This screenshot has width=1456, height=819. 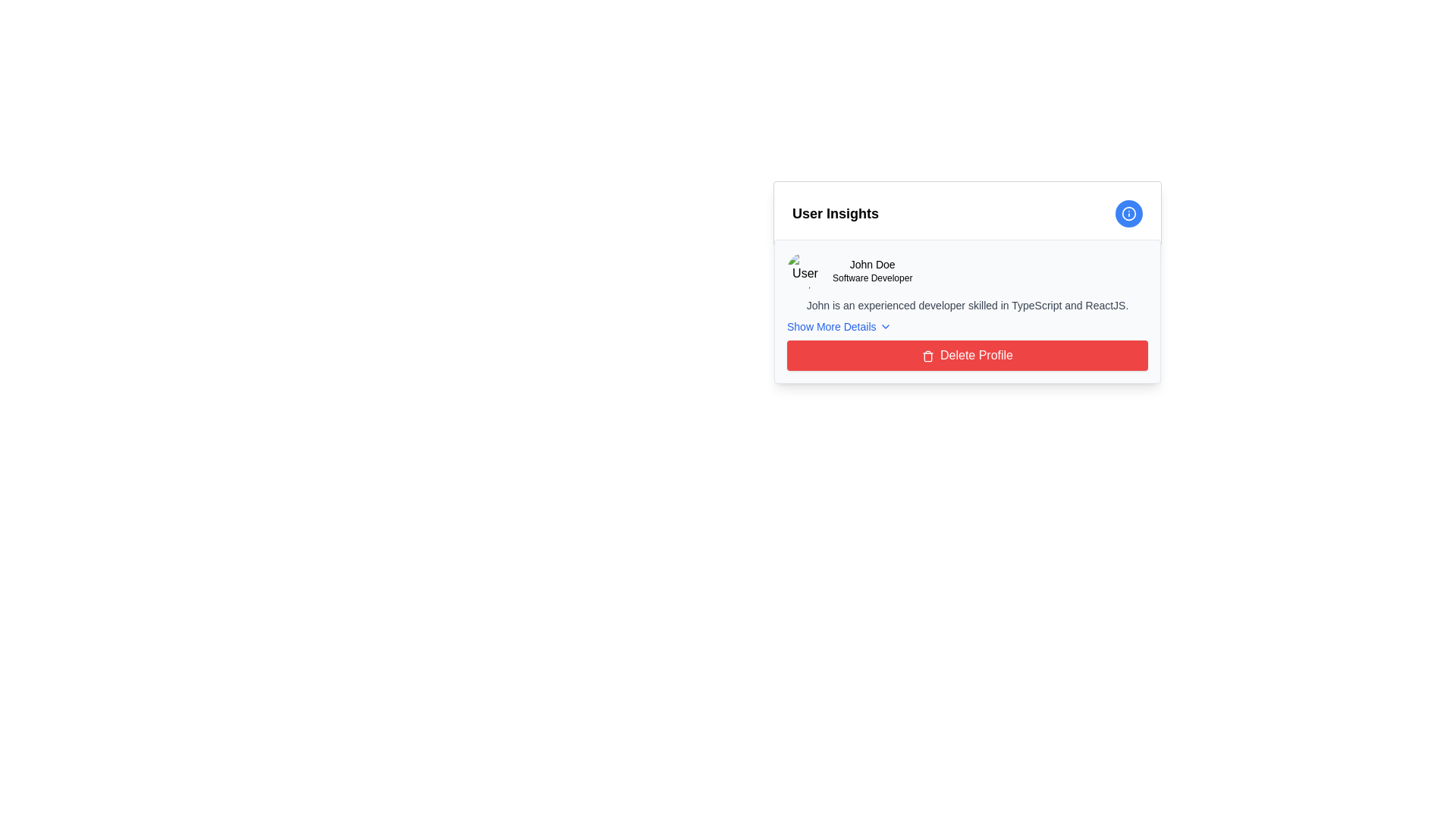 What do you see at coordinates (872, 263) in the screenshot?
I see `text content of the user name displayed in the top-left section of the user profile card, which is above the job title 'Software Developer'` at bounding box center [872, 263].